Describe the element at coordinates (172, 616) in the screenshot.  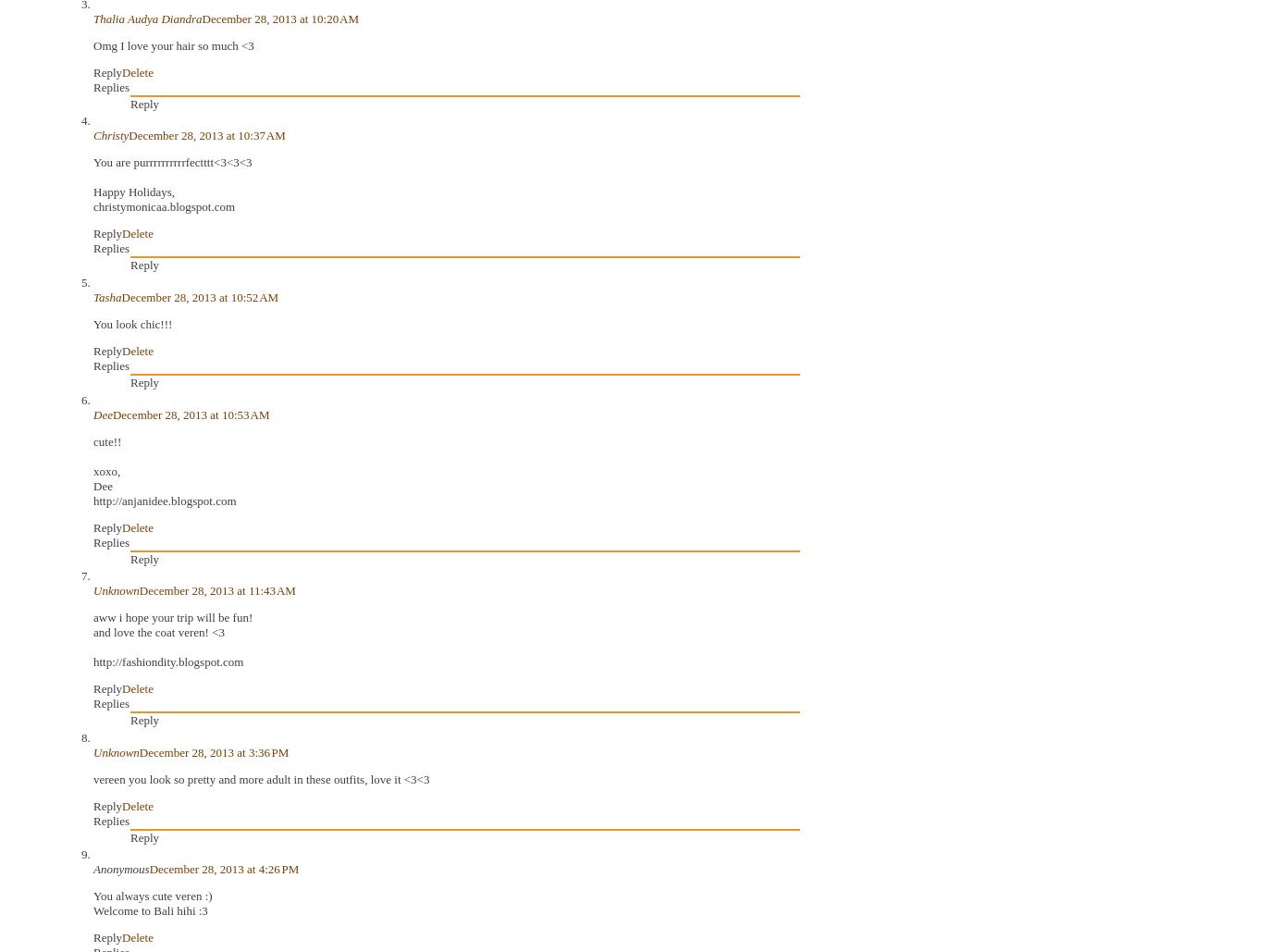
I see `'aww i hope your trip will be fun!'` at that location.